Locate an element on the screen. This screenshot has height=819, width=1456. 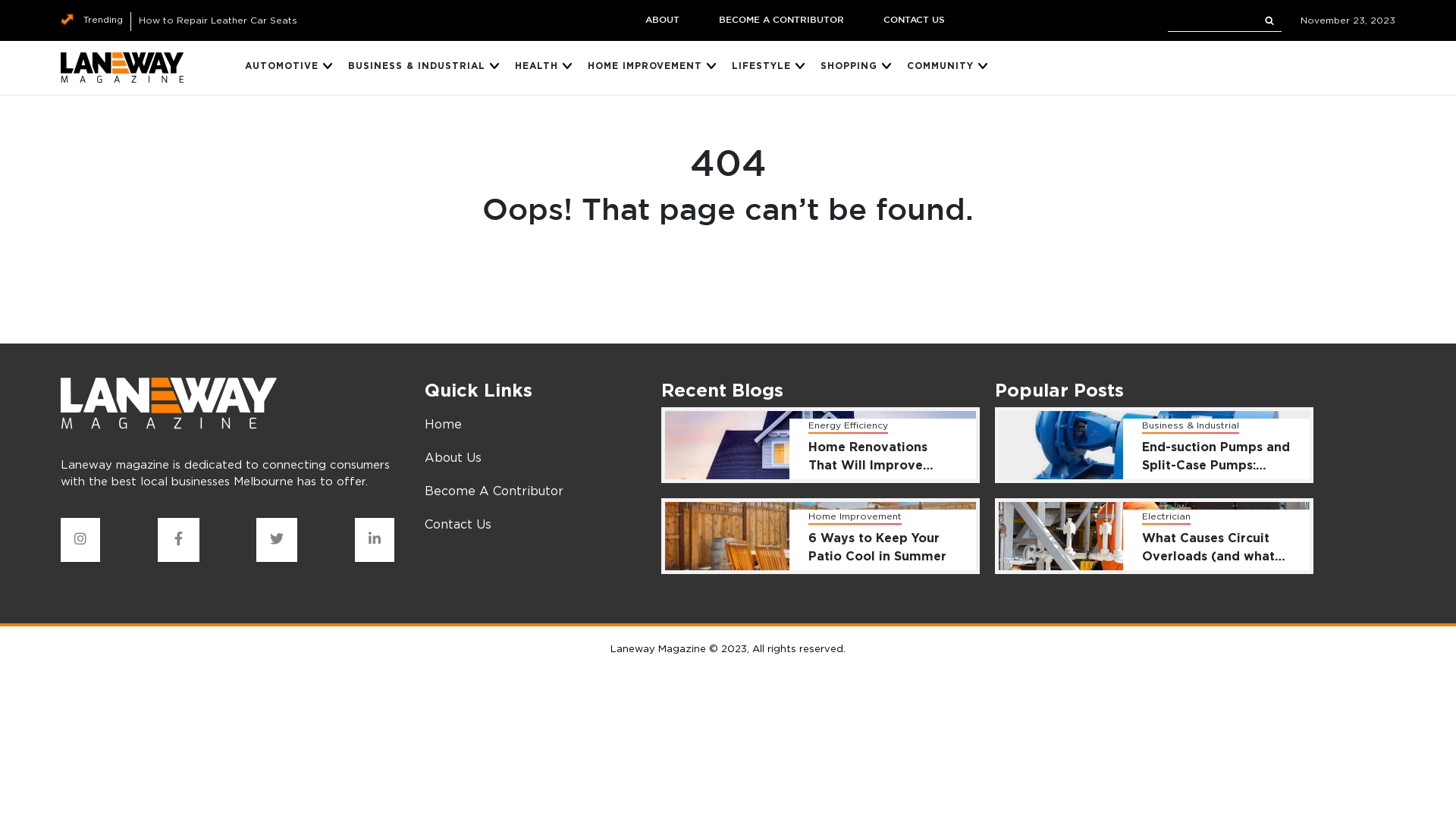
'About Us' is located at coordinates (452, 456).